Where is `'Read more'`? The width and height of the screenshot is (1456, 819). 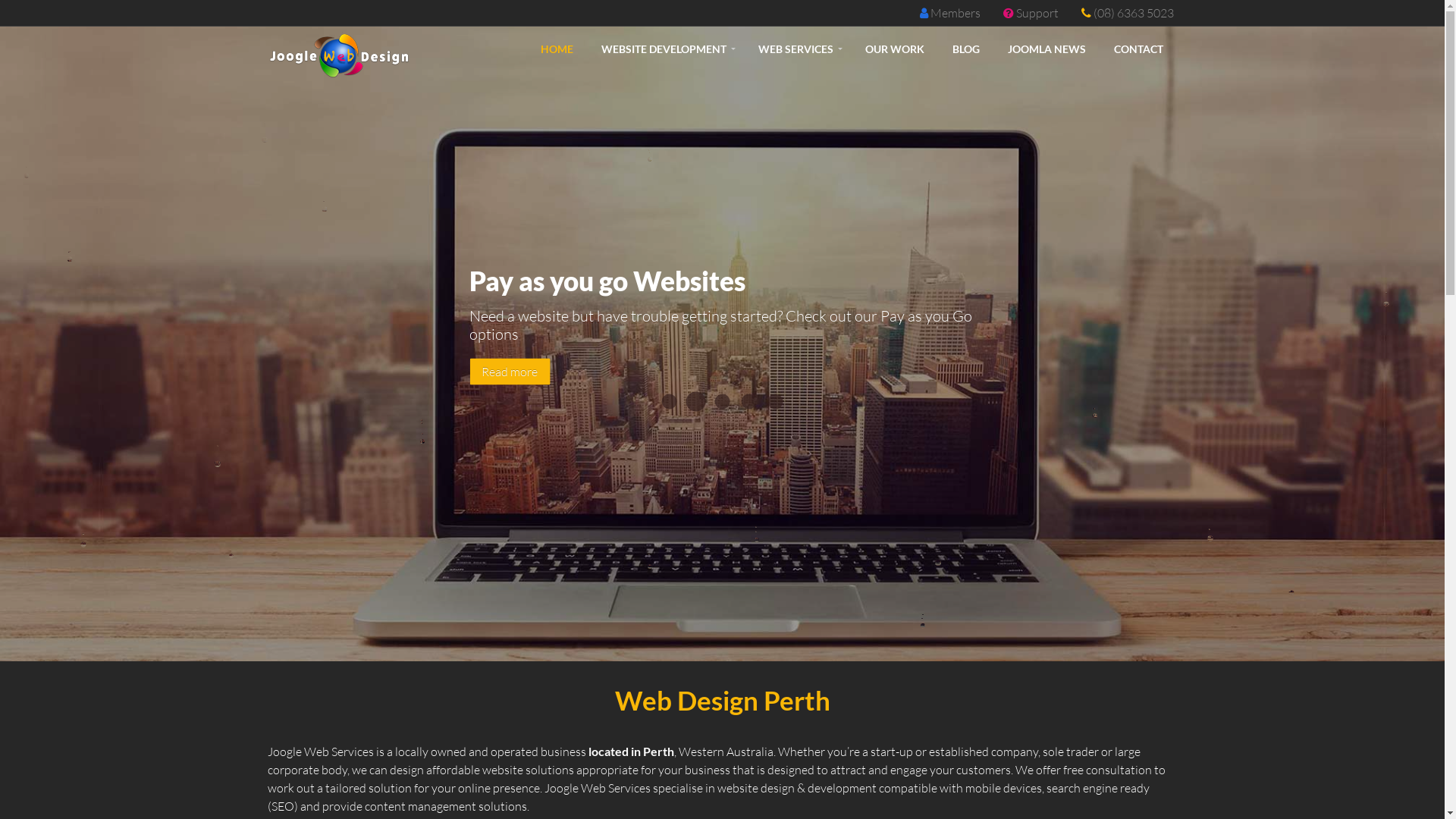 'Read more' is located at coordinates (510, 371).